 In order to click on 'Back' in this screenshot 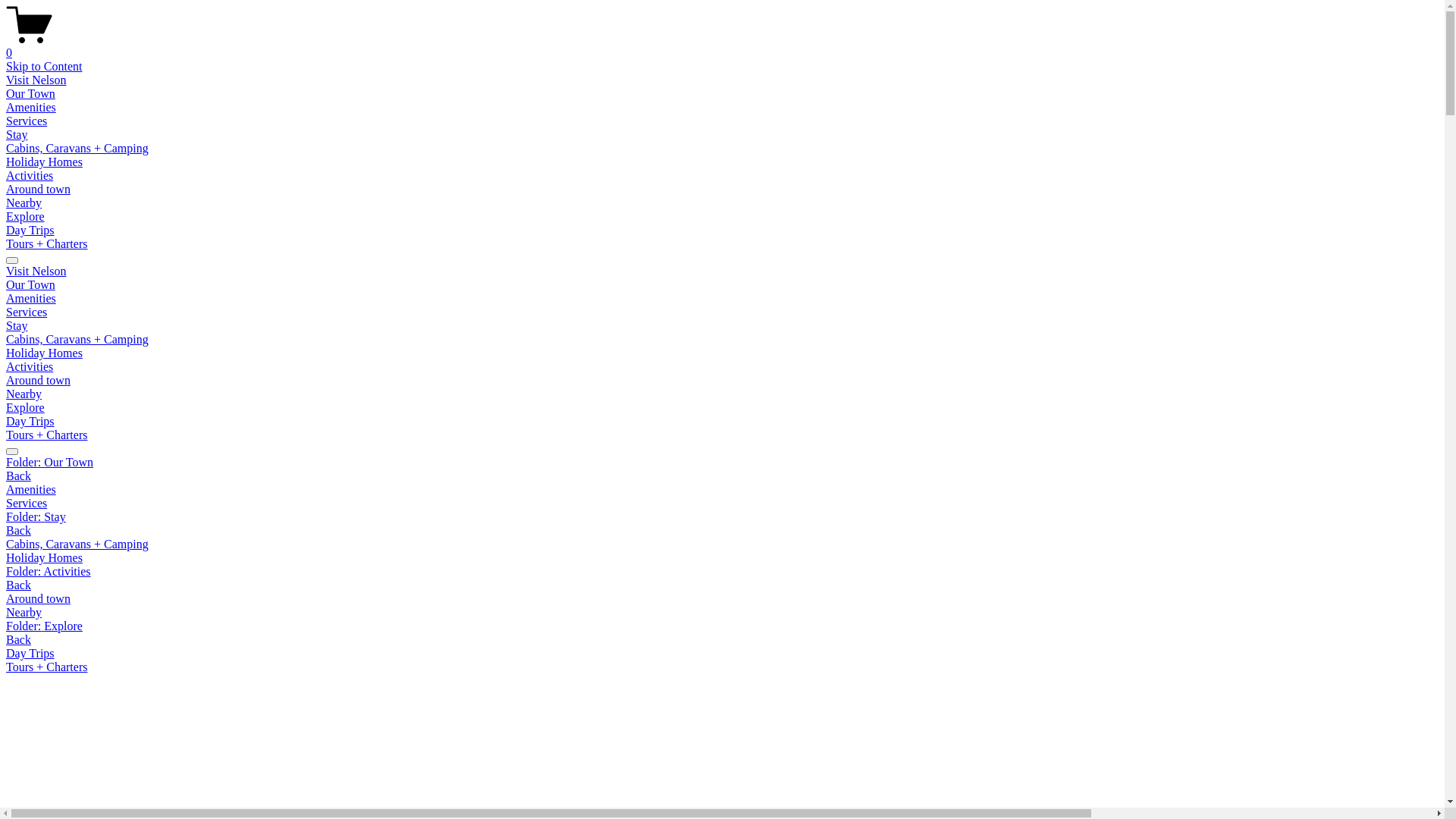, I will do `click(18, 584)`.